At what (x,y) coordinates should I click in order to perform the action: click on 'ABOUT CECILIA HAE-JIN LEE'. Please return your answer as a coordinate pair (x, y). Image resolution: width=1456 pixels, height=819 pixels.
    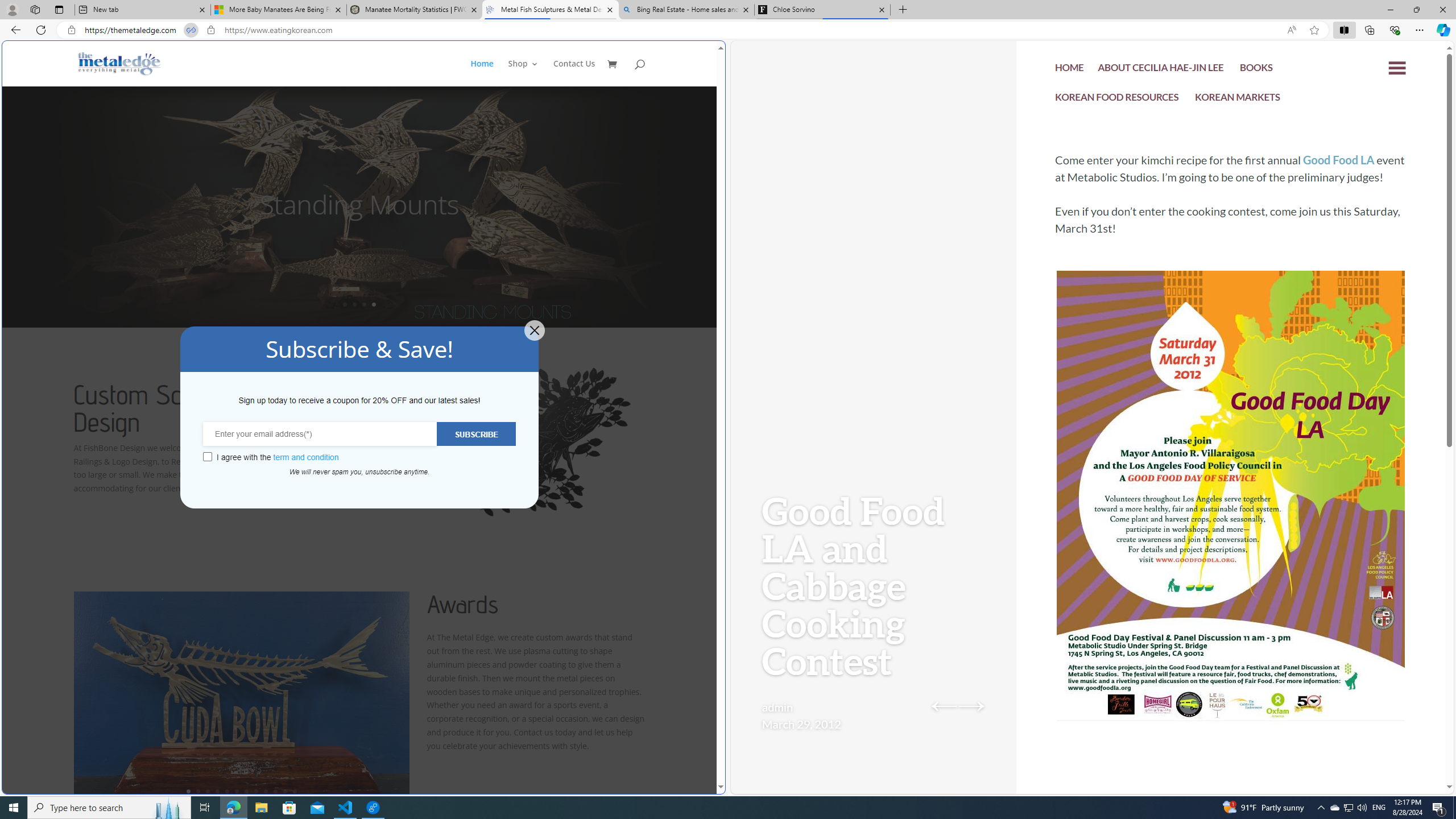
    Looking at the image, I should click on (1161, 69).